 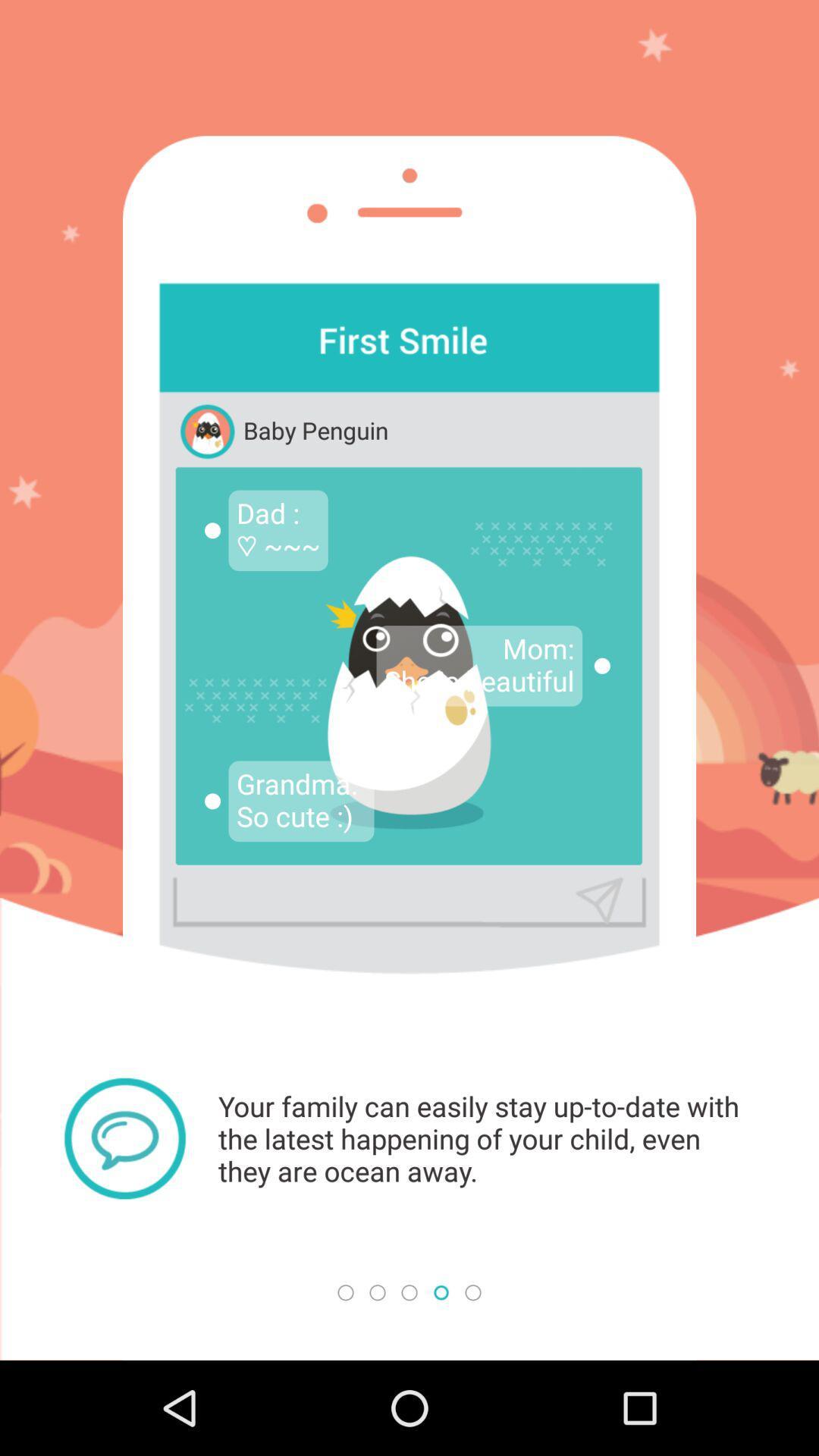 I want to click on the third dot from left at the bottom of the page, so click(x=409, y=1291).